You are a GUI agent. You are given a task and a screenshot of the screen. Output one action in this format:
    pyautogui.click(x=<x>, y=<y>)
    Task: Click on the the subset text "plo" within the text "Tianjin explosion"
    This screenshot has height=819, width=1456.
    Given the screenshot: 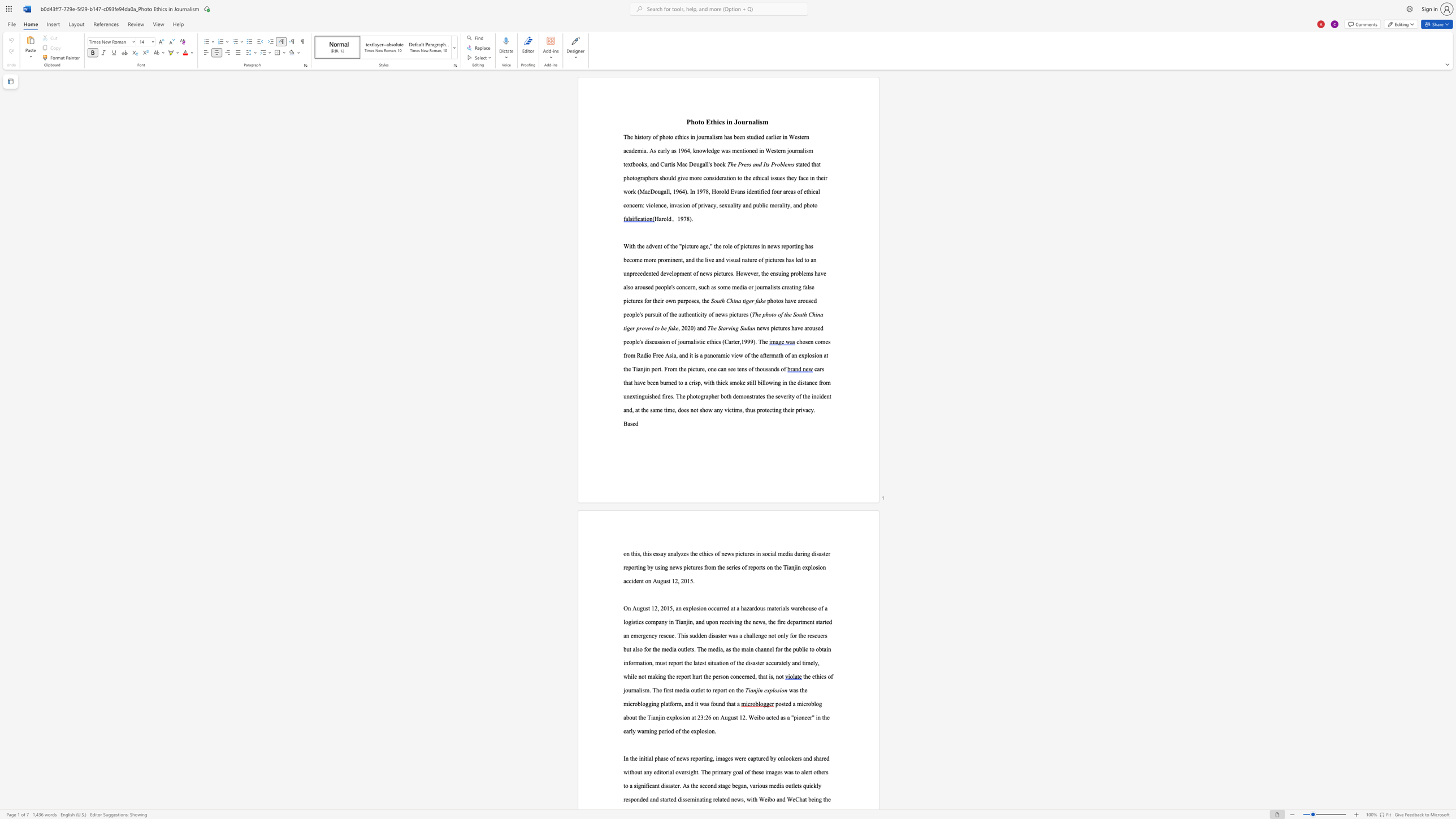 What is the action you would take?
    pyautogui.click(x=769, y=690)
    